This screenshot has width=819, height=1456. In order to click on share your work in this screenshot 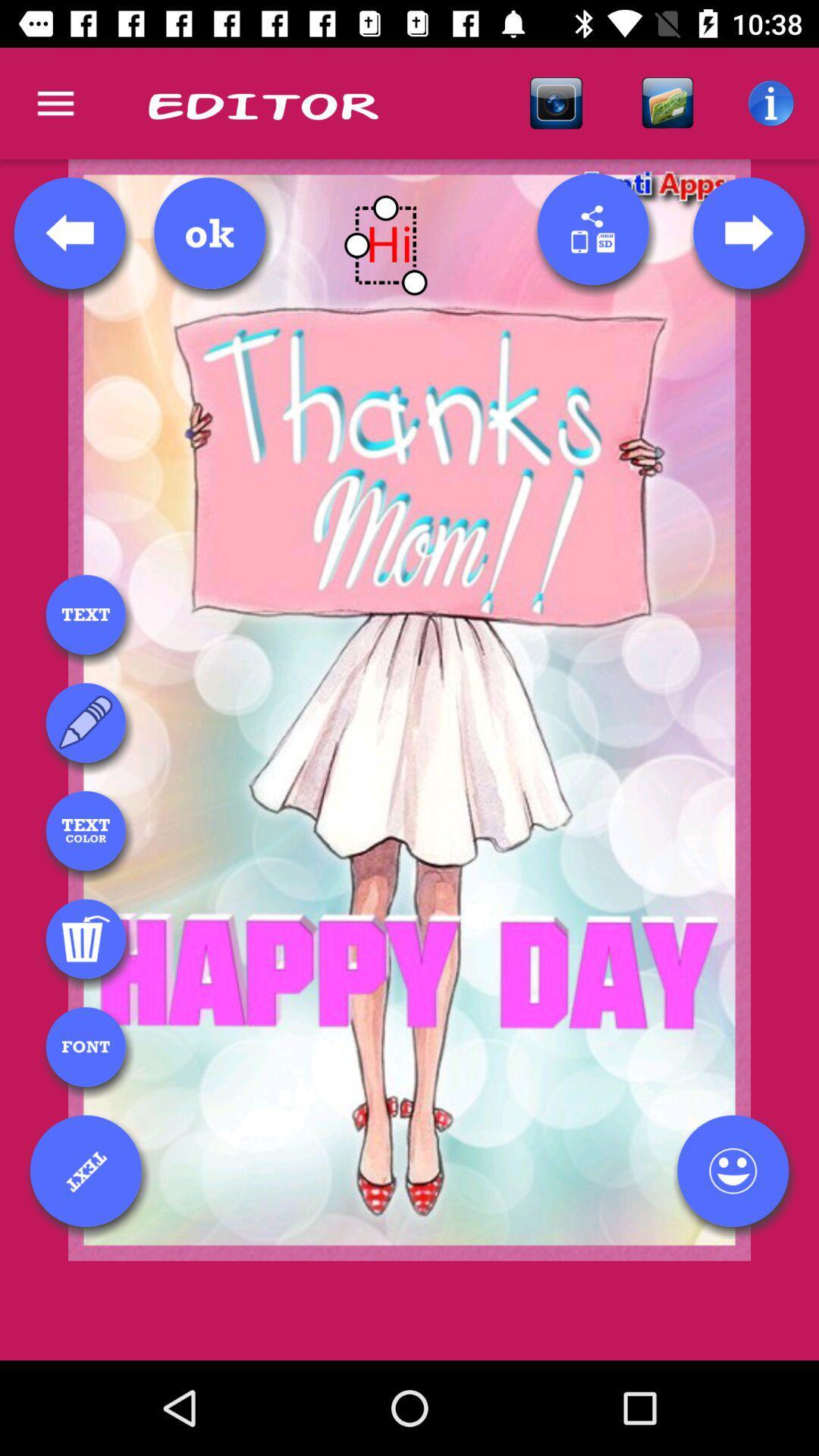, I will do `click(592, 228)`.